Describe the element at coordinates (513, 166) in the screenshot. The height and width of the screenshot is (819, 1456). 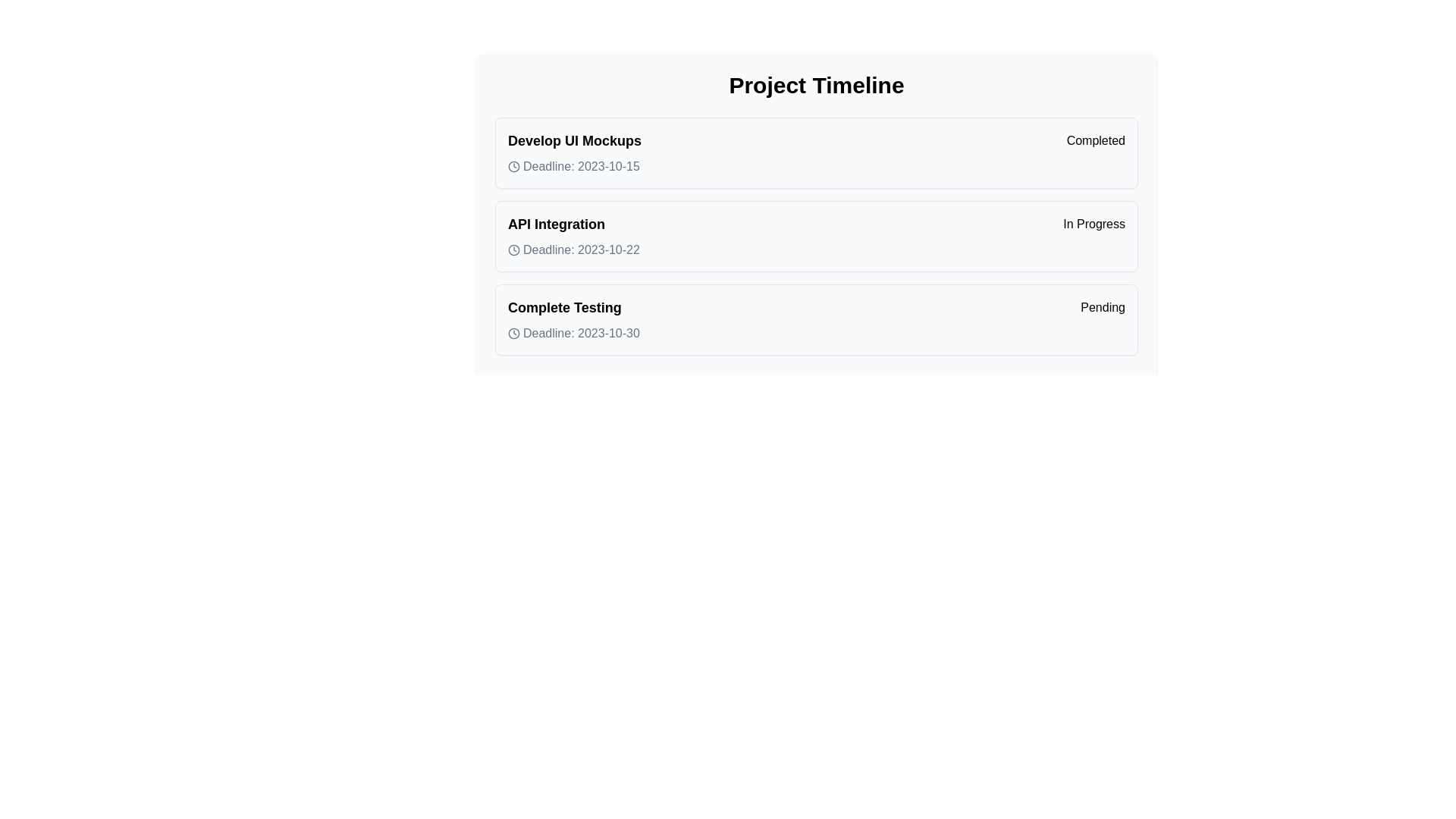
I see `the small clock icon located next to the text 'Deadline: 2023-10-15' in the 'Develop UI Mockups' row under 'Project Timeline'` at that location.